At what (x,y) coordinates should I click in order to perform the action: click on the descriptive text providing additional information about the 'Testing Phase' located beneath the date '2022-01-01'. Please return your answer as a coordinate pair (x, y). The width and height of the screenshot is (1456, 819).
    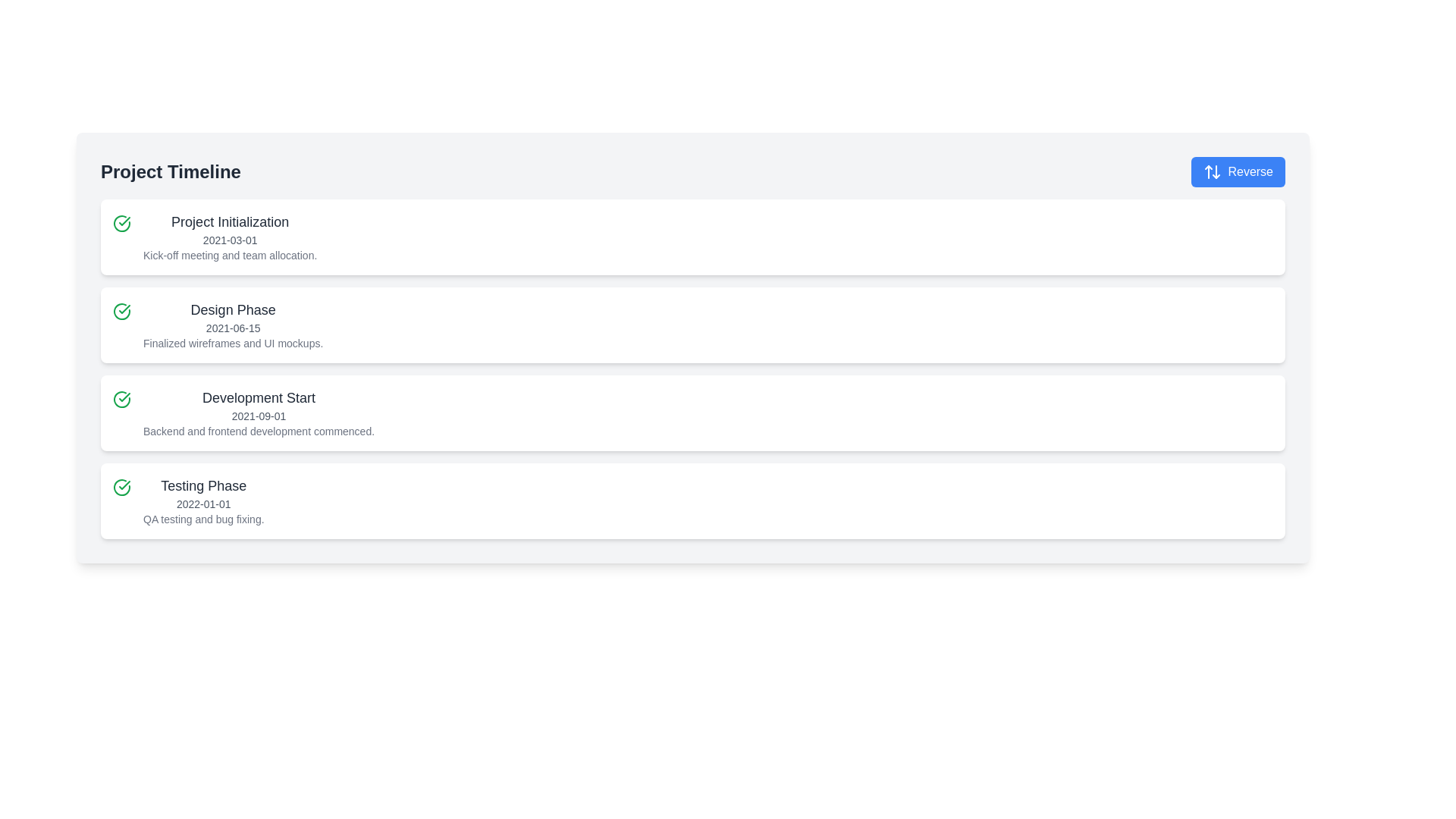
    Looking at the image, I should click on (202, 519).